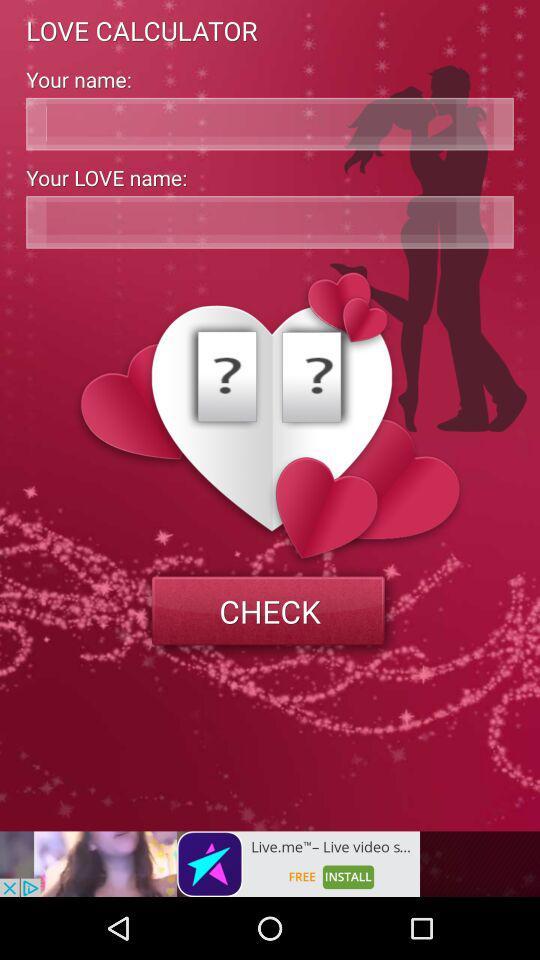 The height and width of the screenshot is (960, 540). What do you see at coordinates (270, 123) in the screenshot?
I see `name` at bounding box center [270, 123].